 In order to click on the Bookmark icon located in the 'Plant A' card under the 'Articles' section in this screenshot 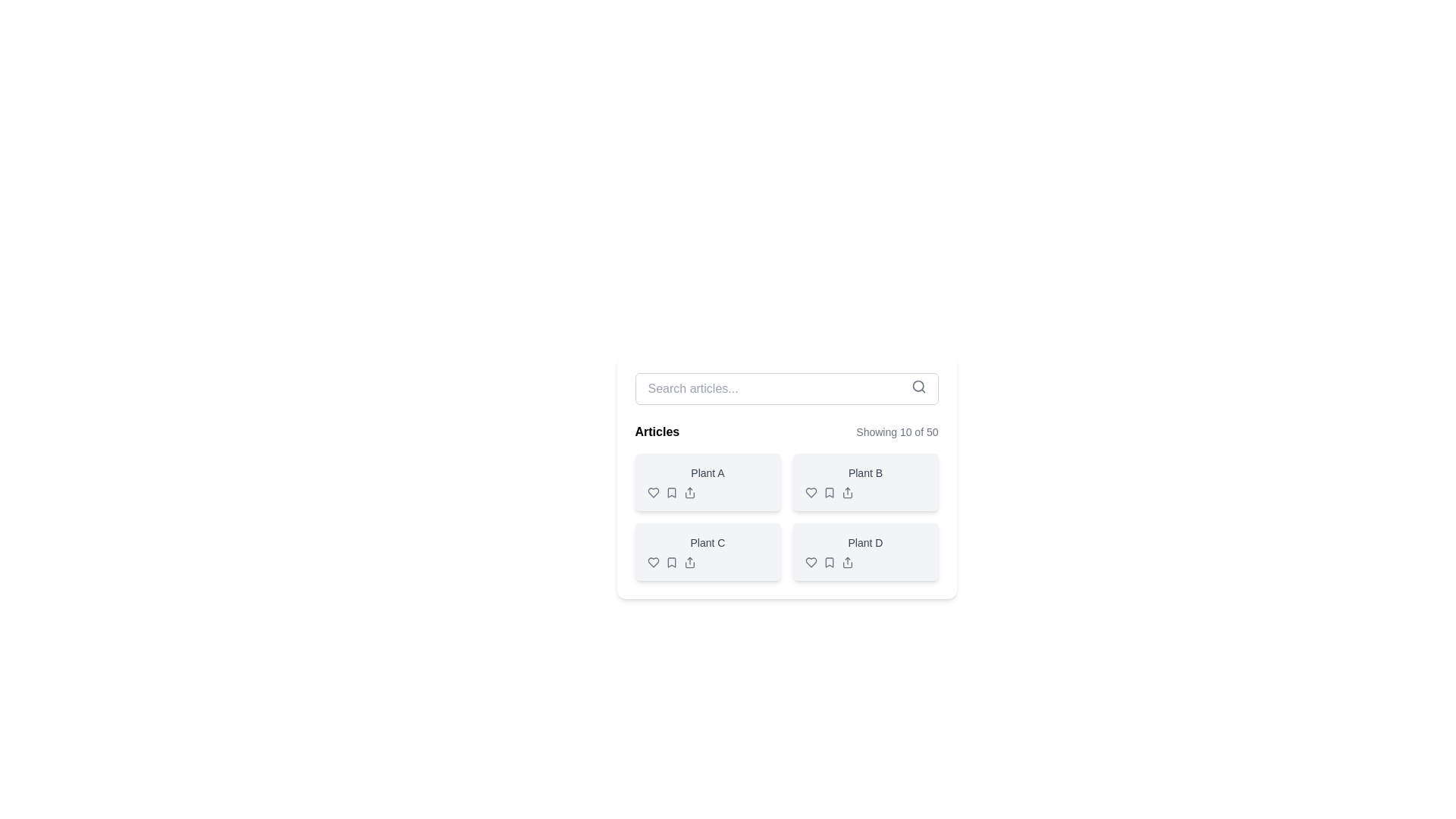, I will do `click(670, 493)`.